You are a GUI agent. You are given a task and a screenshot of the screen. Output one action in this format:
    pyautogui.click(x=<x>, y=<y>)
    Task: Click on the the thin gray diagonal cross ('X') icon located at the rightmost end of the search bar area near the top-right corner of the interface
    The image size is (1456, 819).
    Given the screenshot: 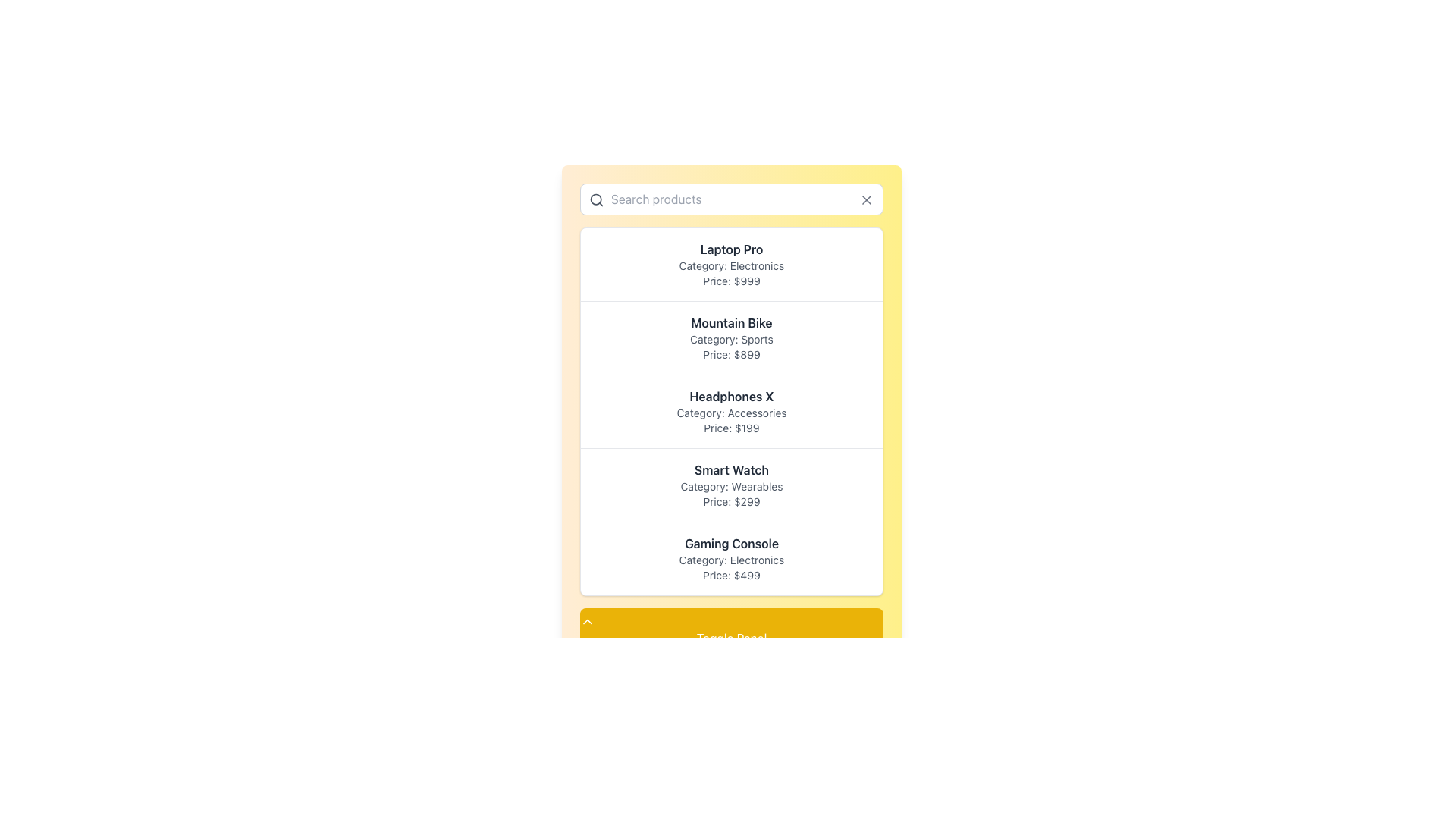 What is the action you would take?
    pyautogui.click(x=866, y=199)
    